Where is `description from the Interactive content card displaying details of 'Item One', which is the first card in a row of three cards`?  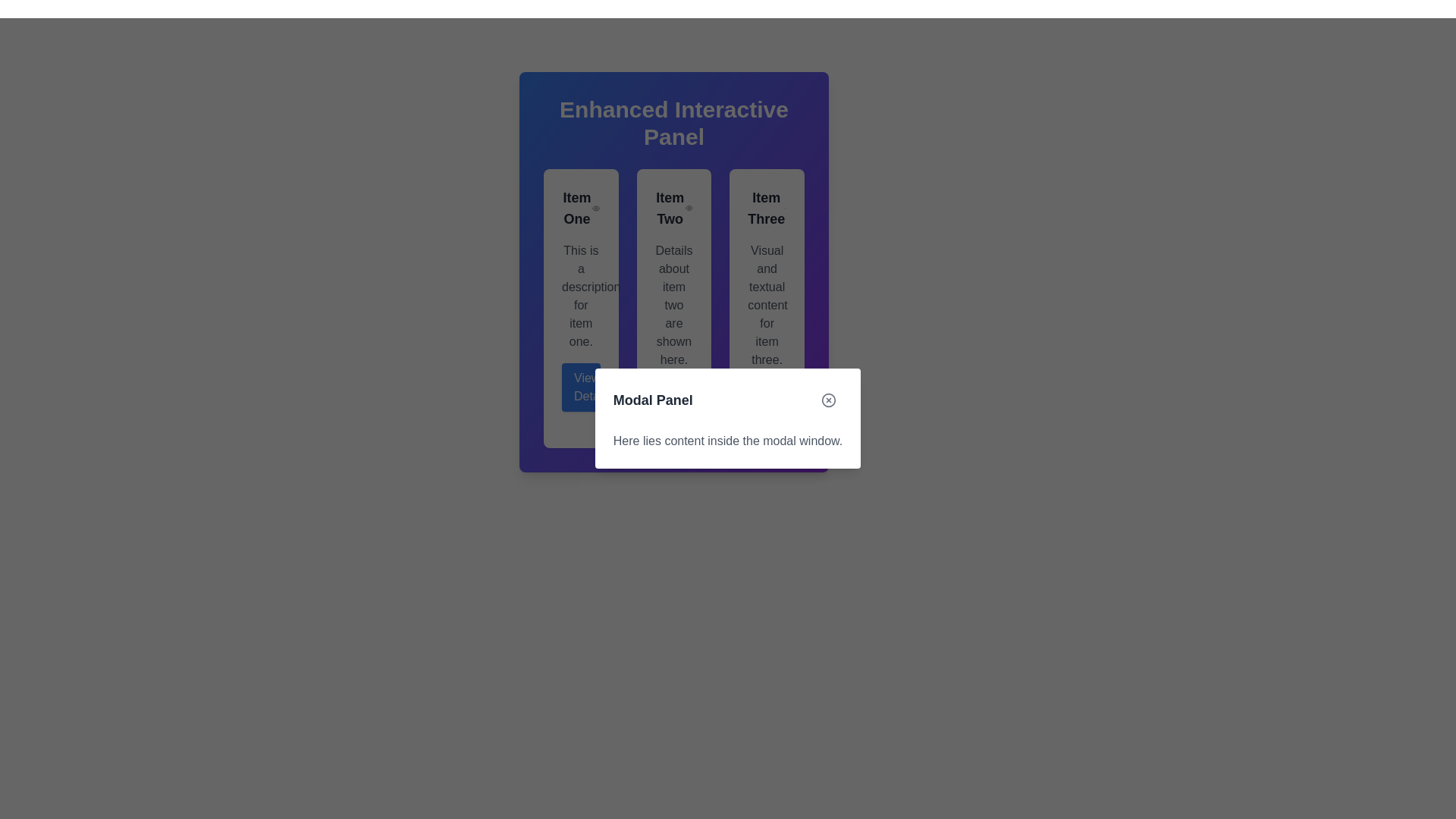
description from the Interactive content card displaying details of 'Item One', which is the first card in a row of three cards is located at coordinates (580, 308).